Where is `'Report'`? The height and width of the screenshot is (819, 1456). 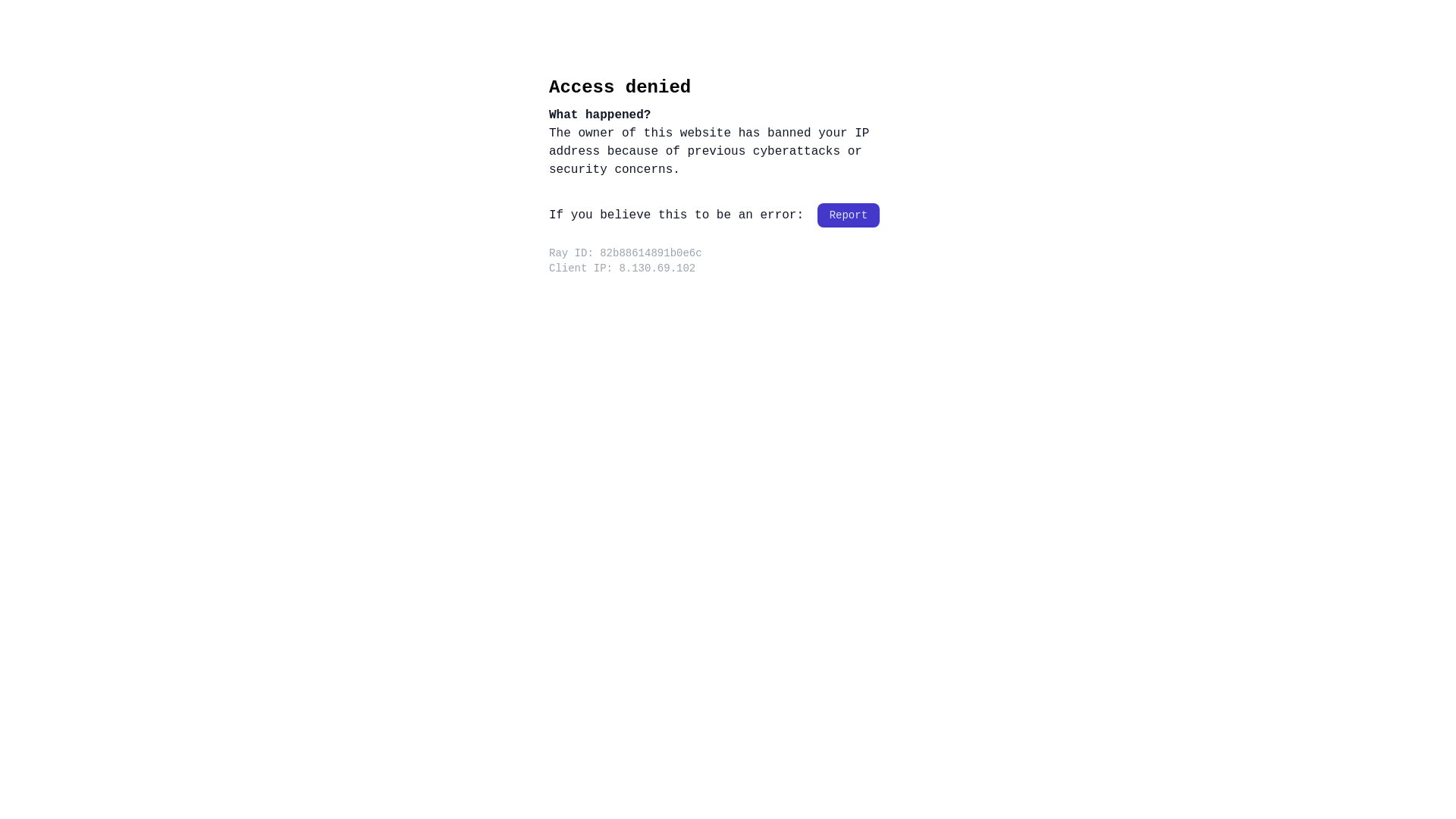 'Report' is located at coordinates (847, 215).